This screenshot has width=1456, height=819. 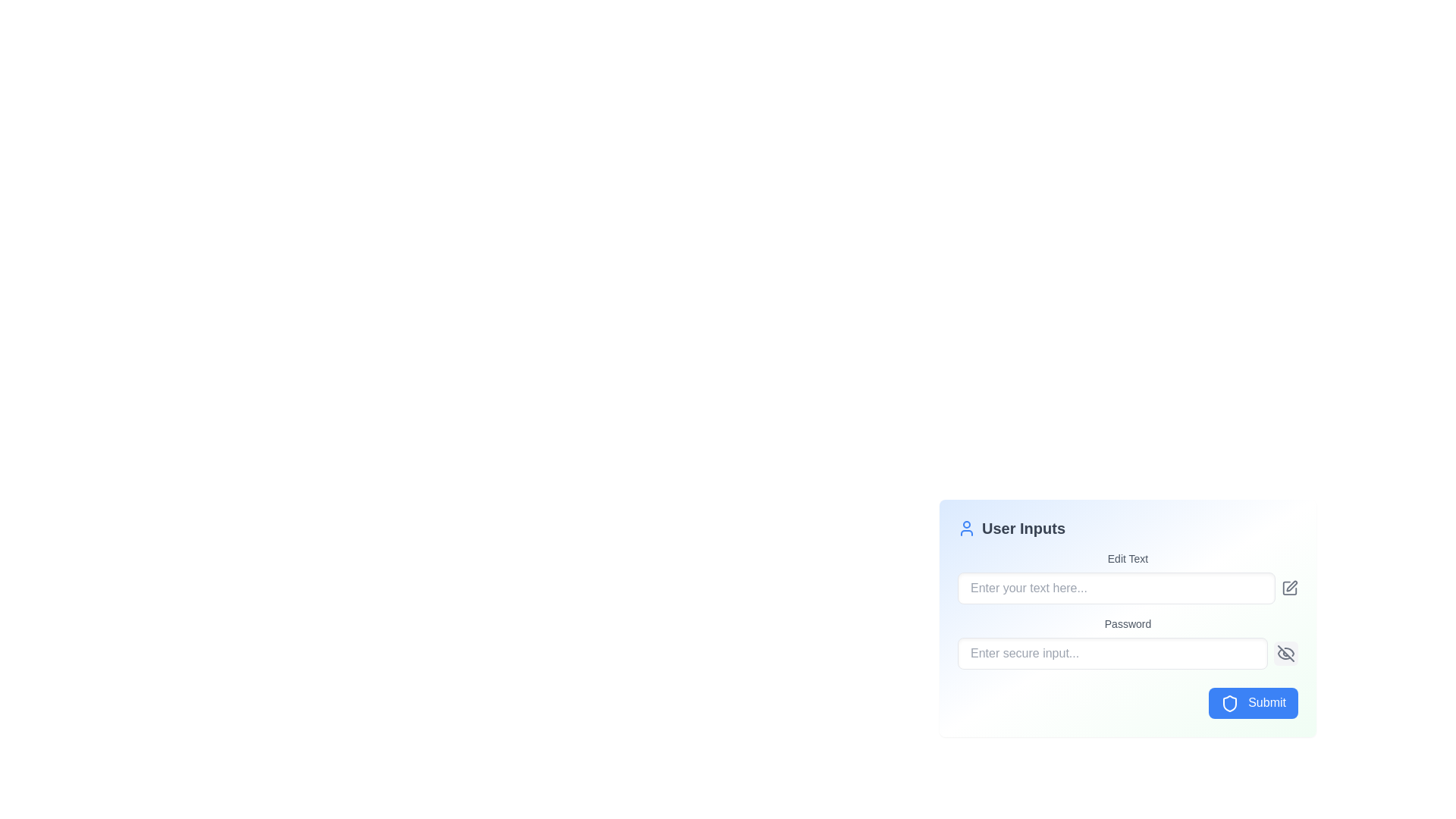 What do you see at coordinates (1229, 703) in the screenshot?
I see `the 'Submit' button which contains the shield icon on its left side, located in the bottom-right corner of the interface within the 'User Inputs' section` at bounding box center [1229, 703].